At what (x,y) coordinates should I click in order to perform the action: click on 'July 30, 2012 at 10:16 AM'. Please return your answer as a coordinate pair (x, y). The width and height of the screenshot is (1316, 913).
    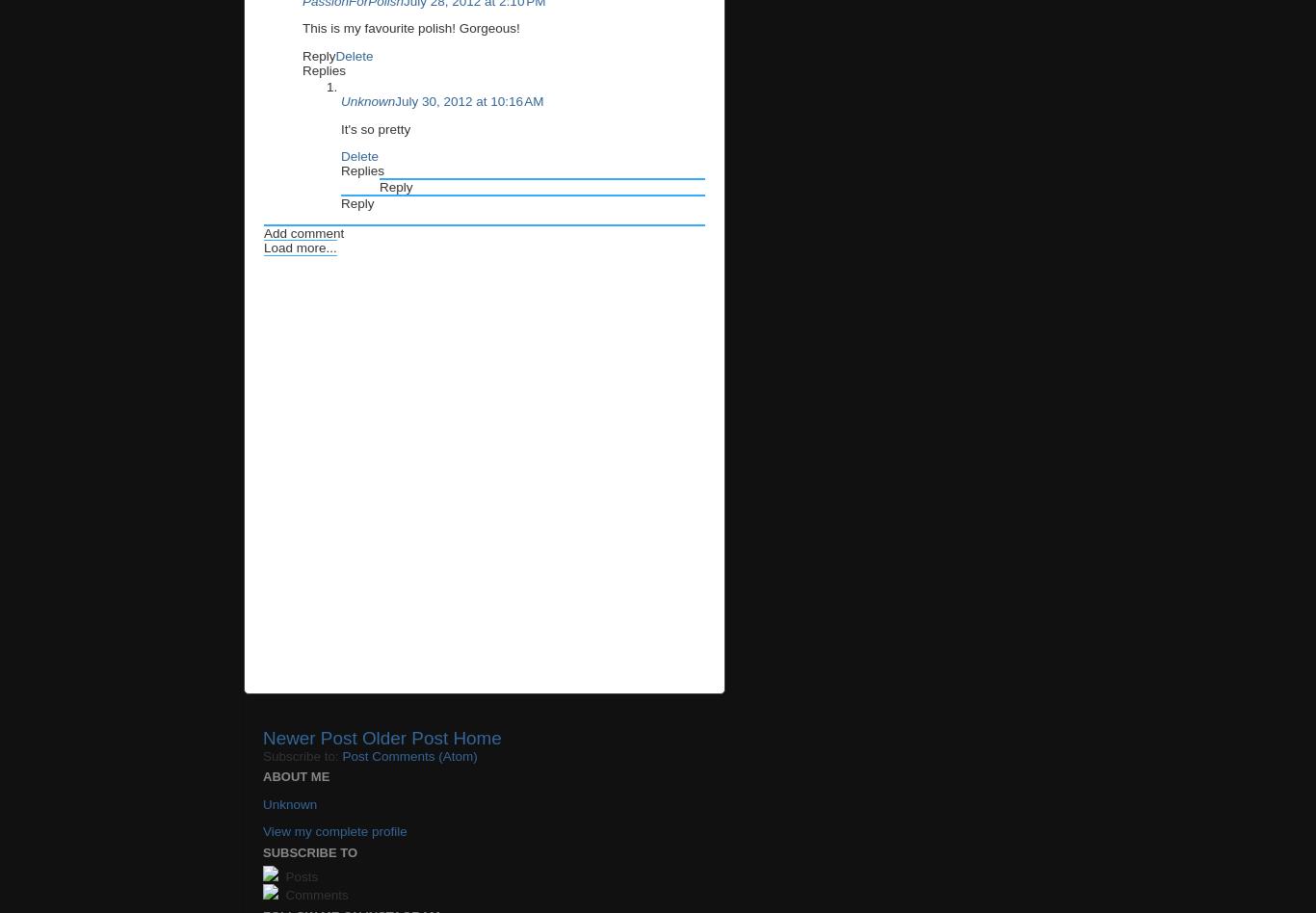
    Looking at the image, I should click on (468, 101).